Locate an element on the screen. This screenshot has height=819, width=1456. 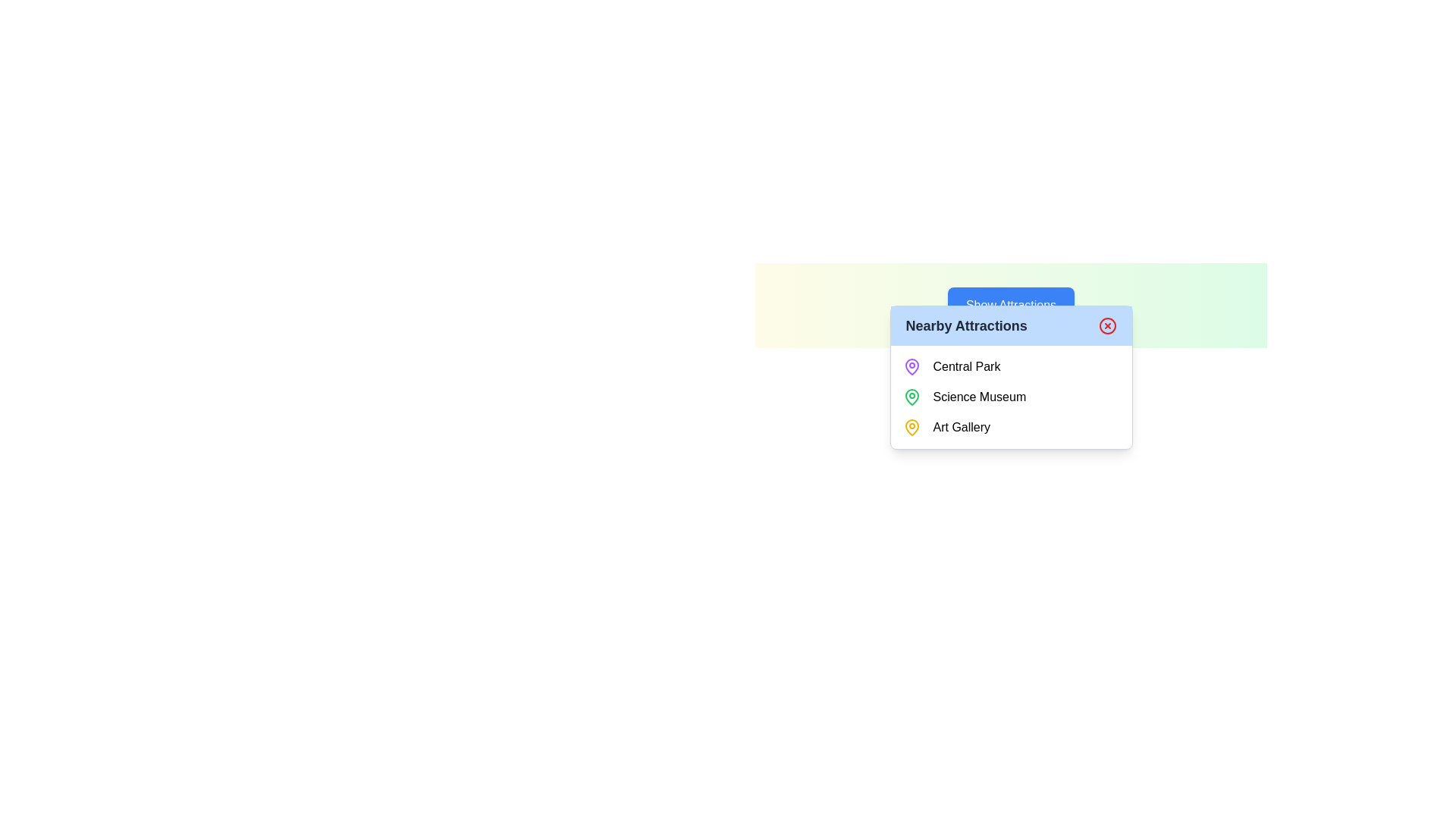
the text label displaying 'Art Gallery' in the 'Nearby Attractions' popup, which is the third item in a vertical list is located at coordinates (961, 427).